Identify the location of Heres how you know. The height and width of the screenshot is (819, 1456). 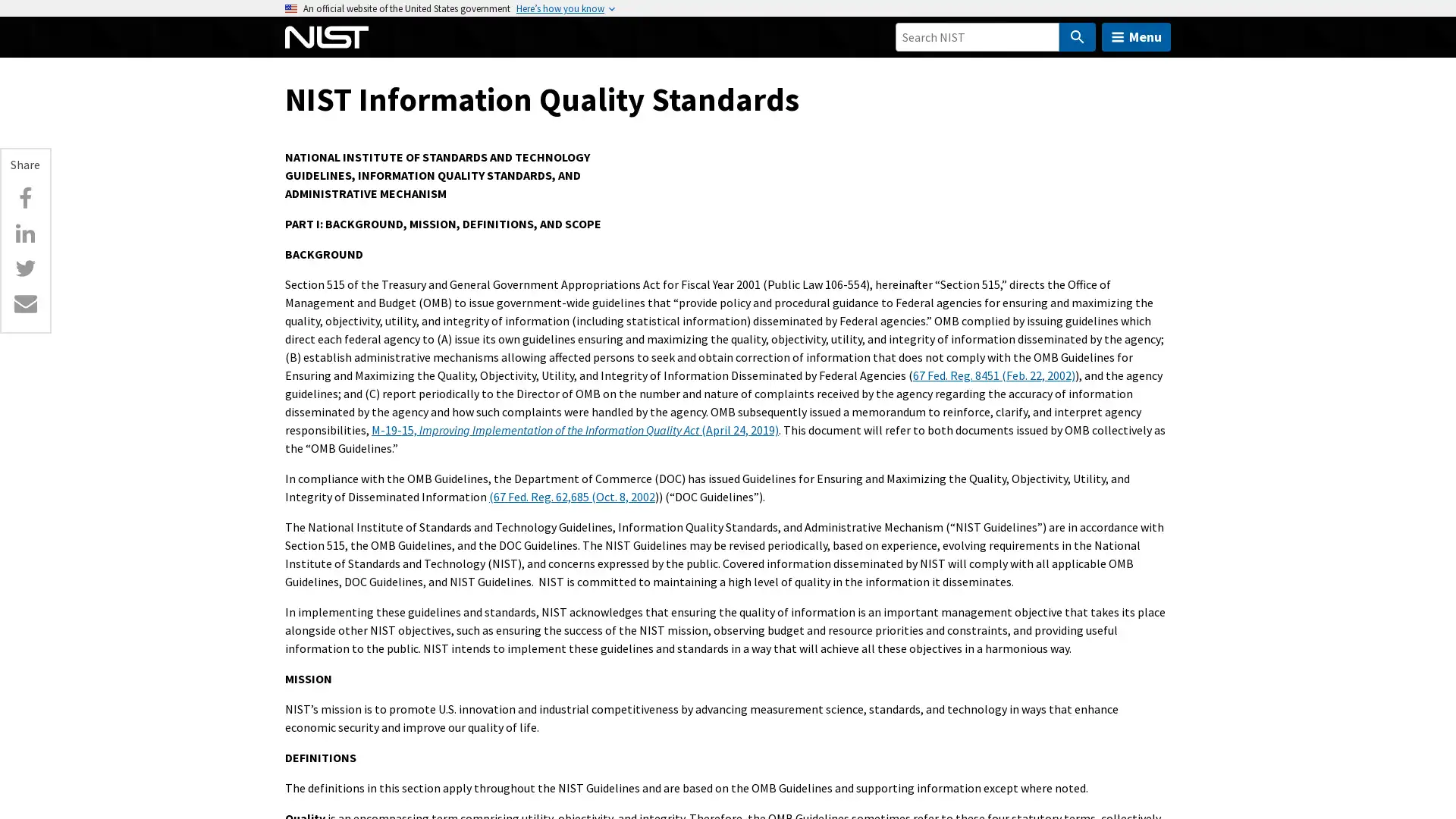
(560, 8).